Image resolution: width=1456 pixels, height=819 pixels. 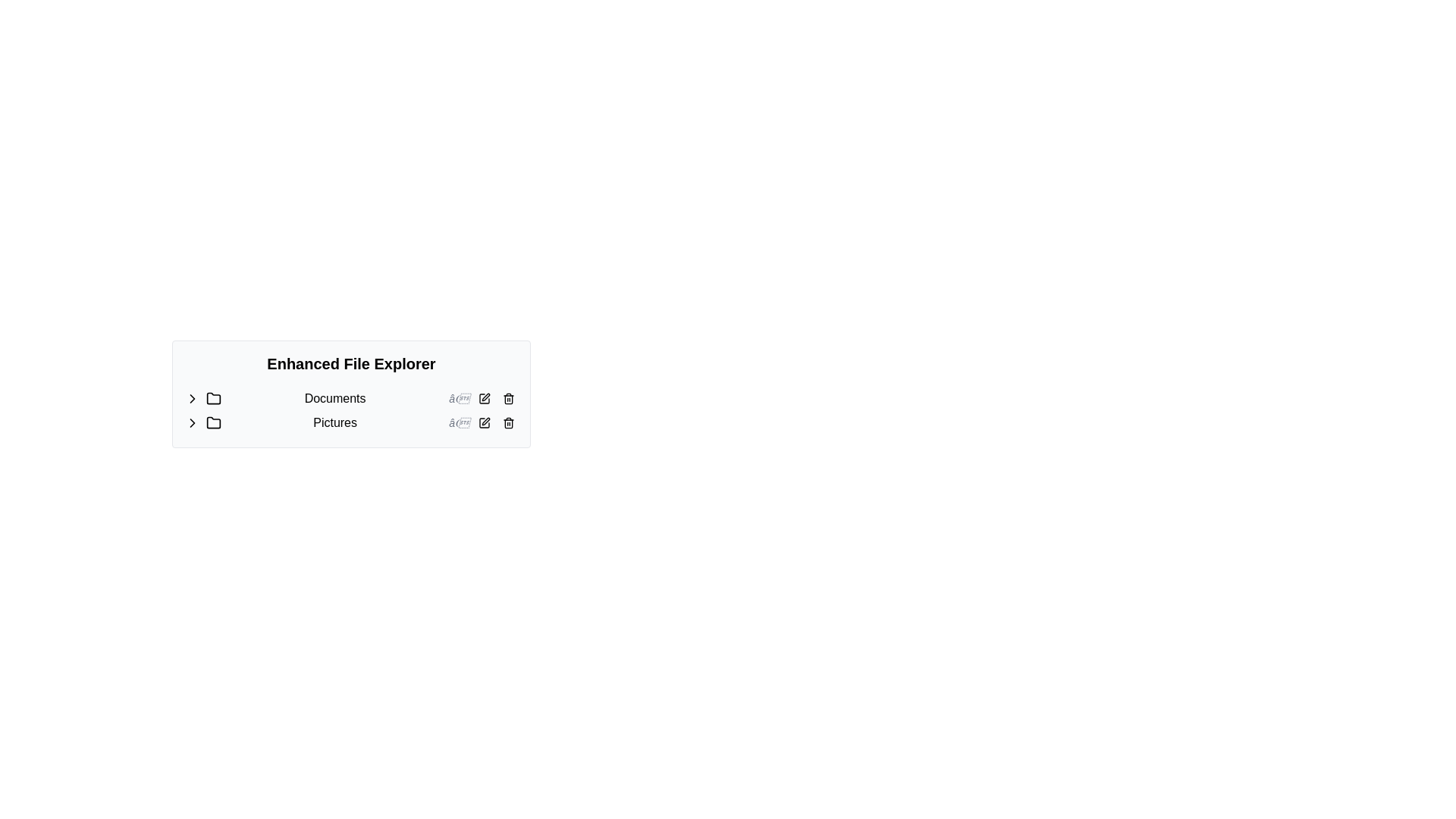 I want to click on the rightward-pointing chevron arrow icon, so click(x=192, y=397).